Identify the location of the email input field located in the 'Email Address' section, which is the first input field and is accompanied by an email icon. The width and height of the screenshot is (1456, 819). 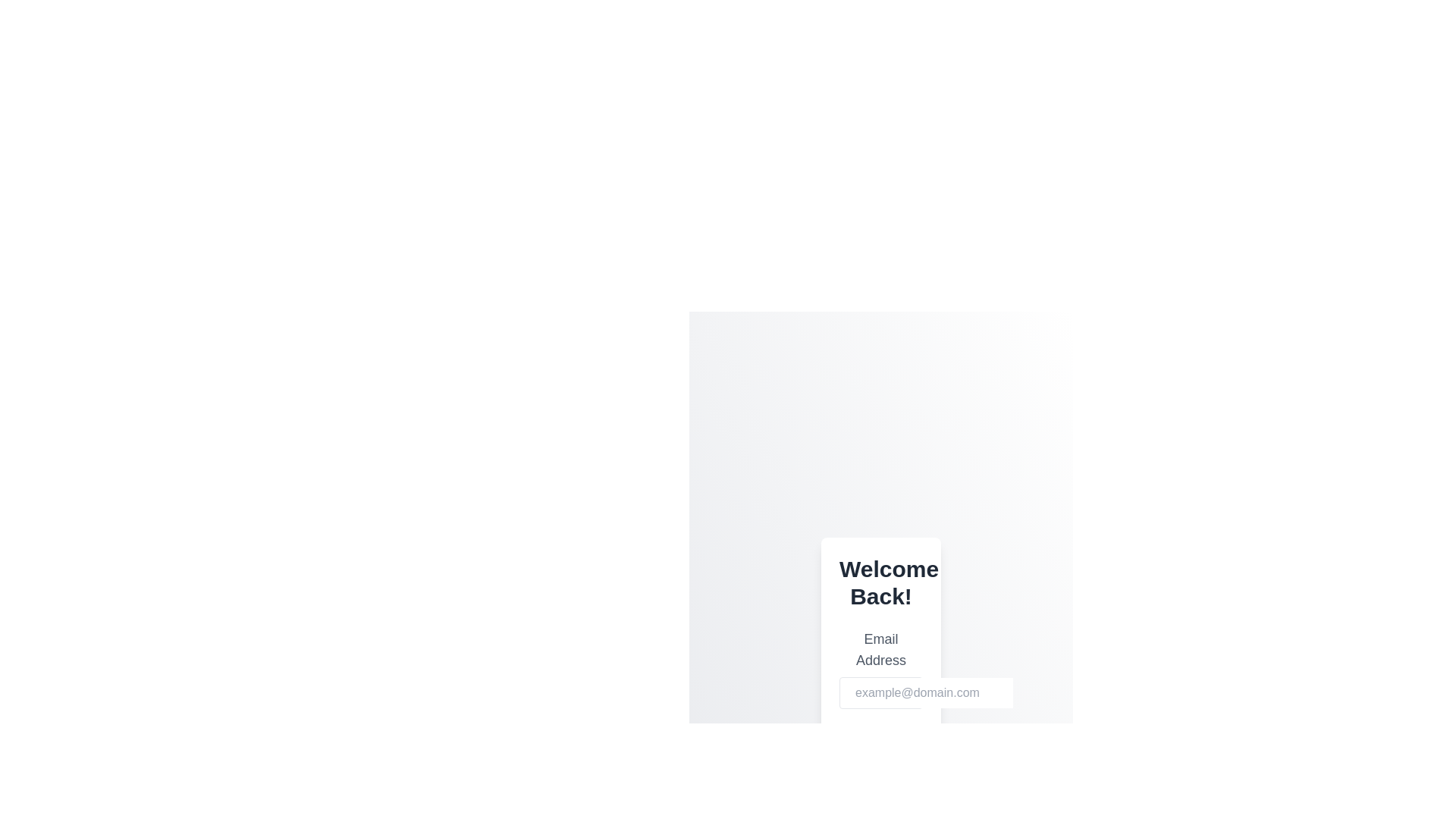
(880, 693).